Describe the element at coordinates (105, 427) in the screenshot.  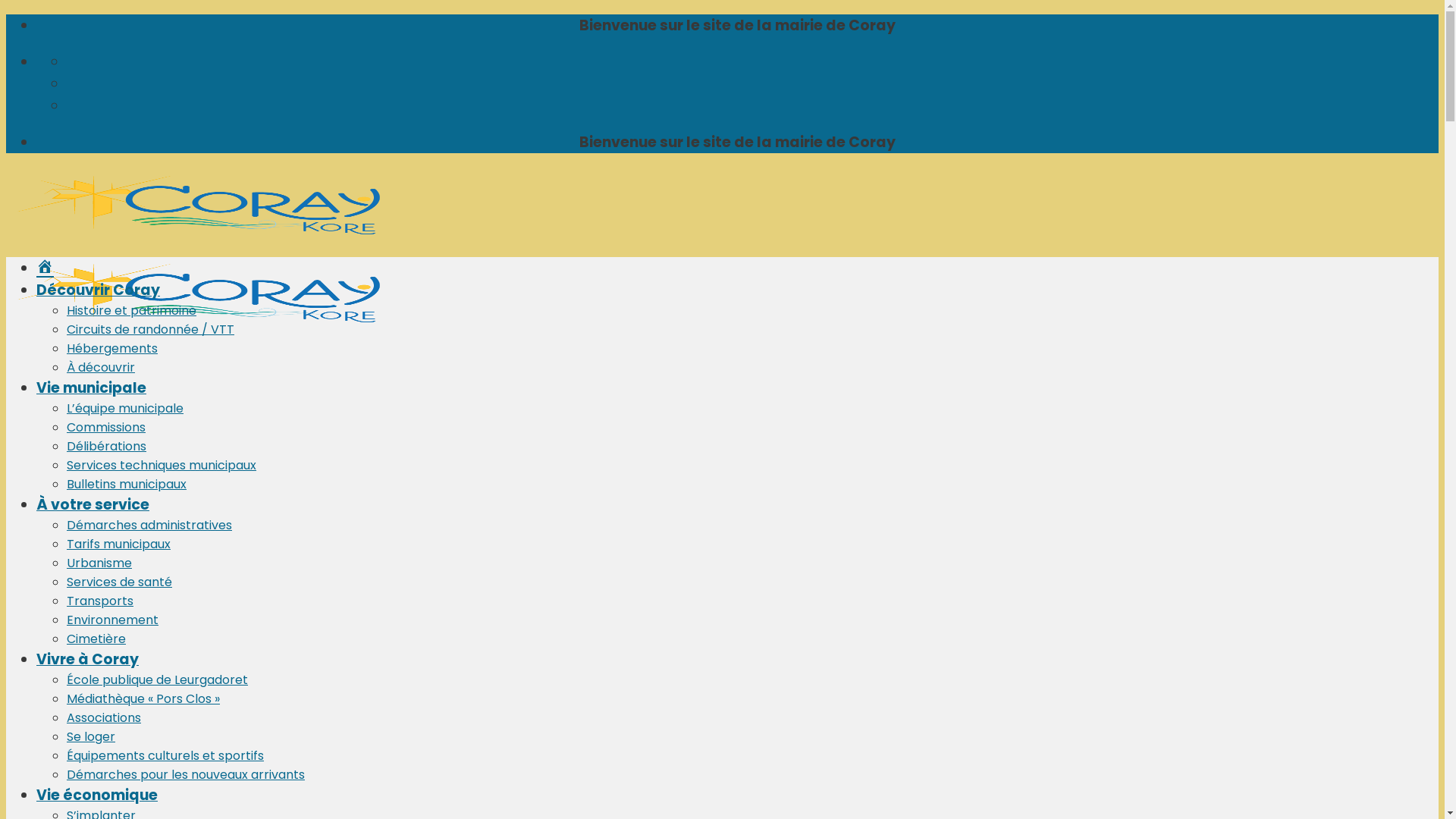
I see `'Commissions'` at that location.